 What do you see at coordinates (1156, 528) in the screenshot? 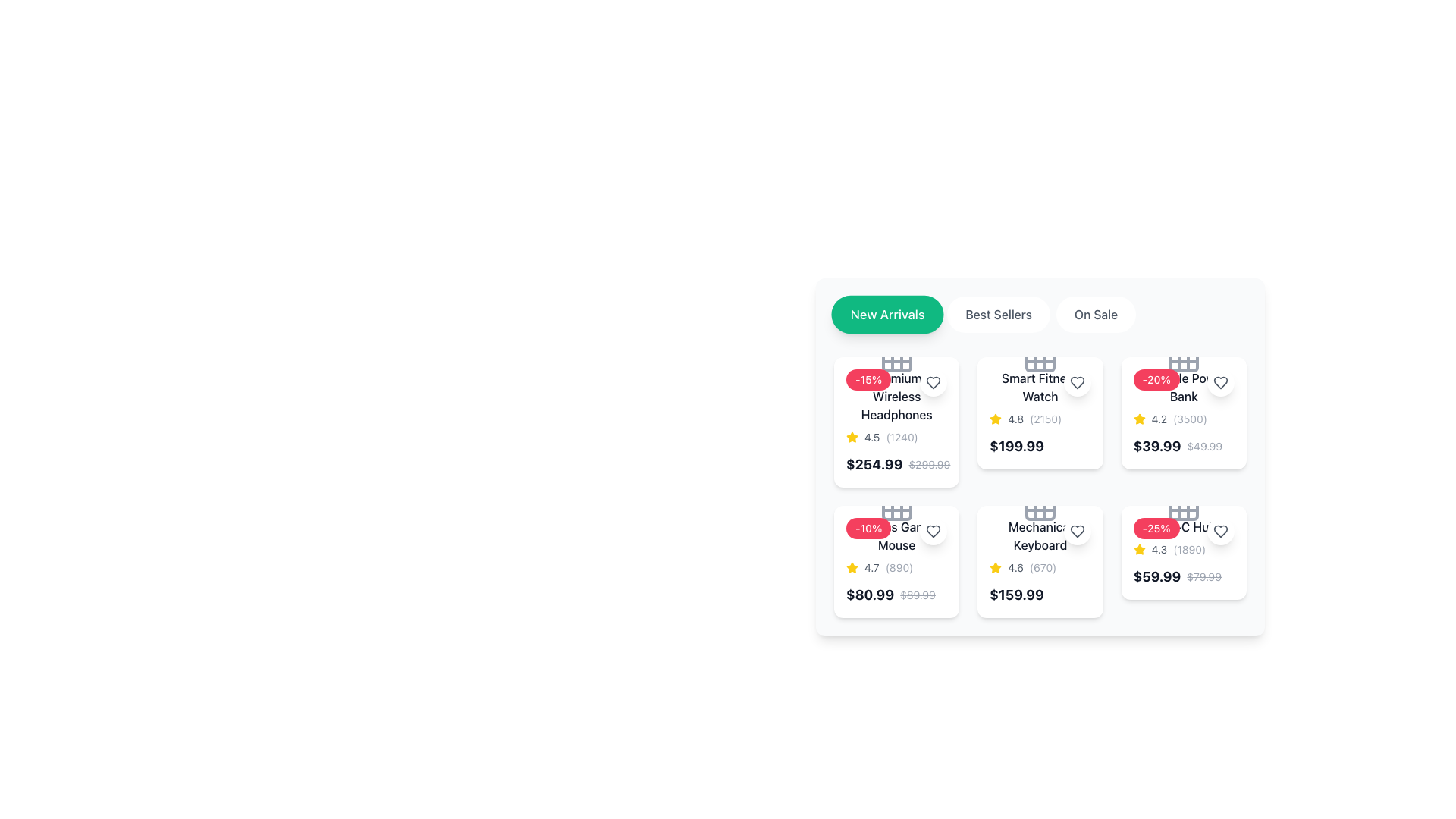
I see `the pill-shaped label with a red background displaying '-25%' in bold white text, which is located in the top-left corner of the product card` at bounding box center [1156, 528].